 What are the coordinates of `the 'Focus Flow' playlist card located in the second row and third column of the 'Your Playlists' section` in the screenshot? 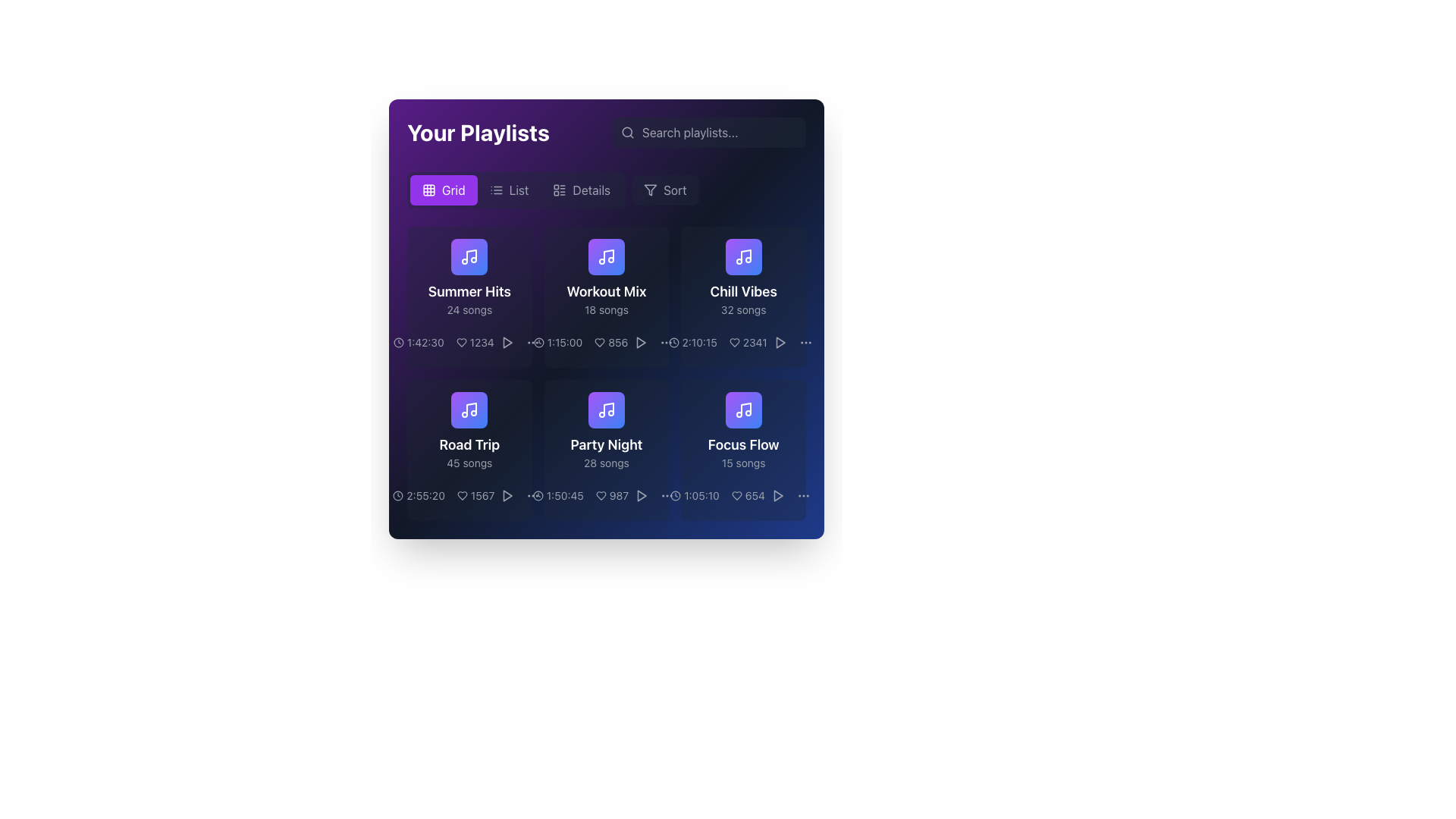 It's located at (743, 431).